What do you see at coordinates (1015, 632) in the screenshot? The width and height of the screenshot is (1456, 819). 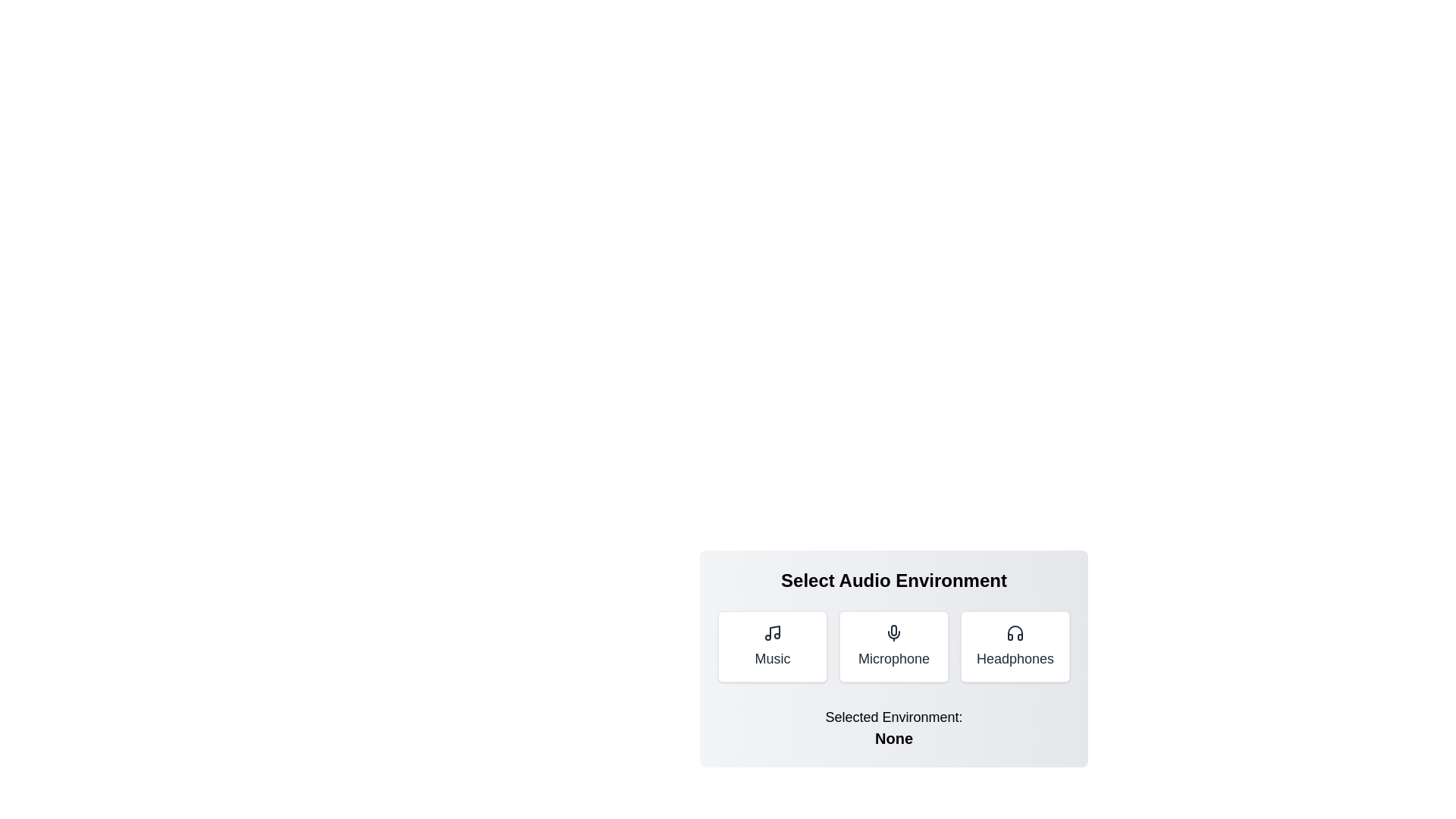 I see `the 'Headphones' icon, which is the rightmost button in a group of three buttons including 'Music' and 'Microphone'` at bounding box center [1015, 632].